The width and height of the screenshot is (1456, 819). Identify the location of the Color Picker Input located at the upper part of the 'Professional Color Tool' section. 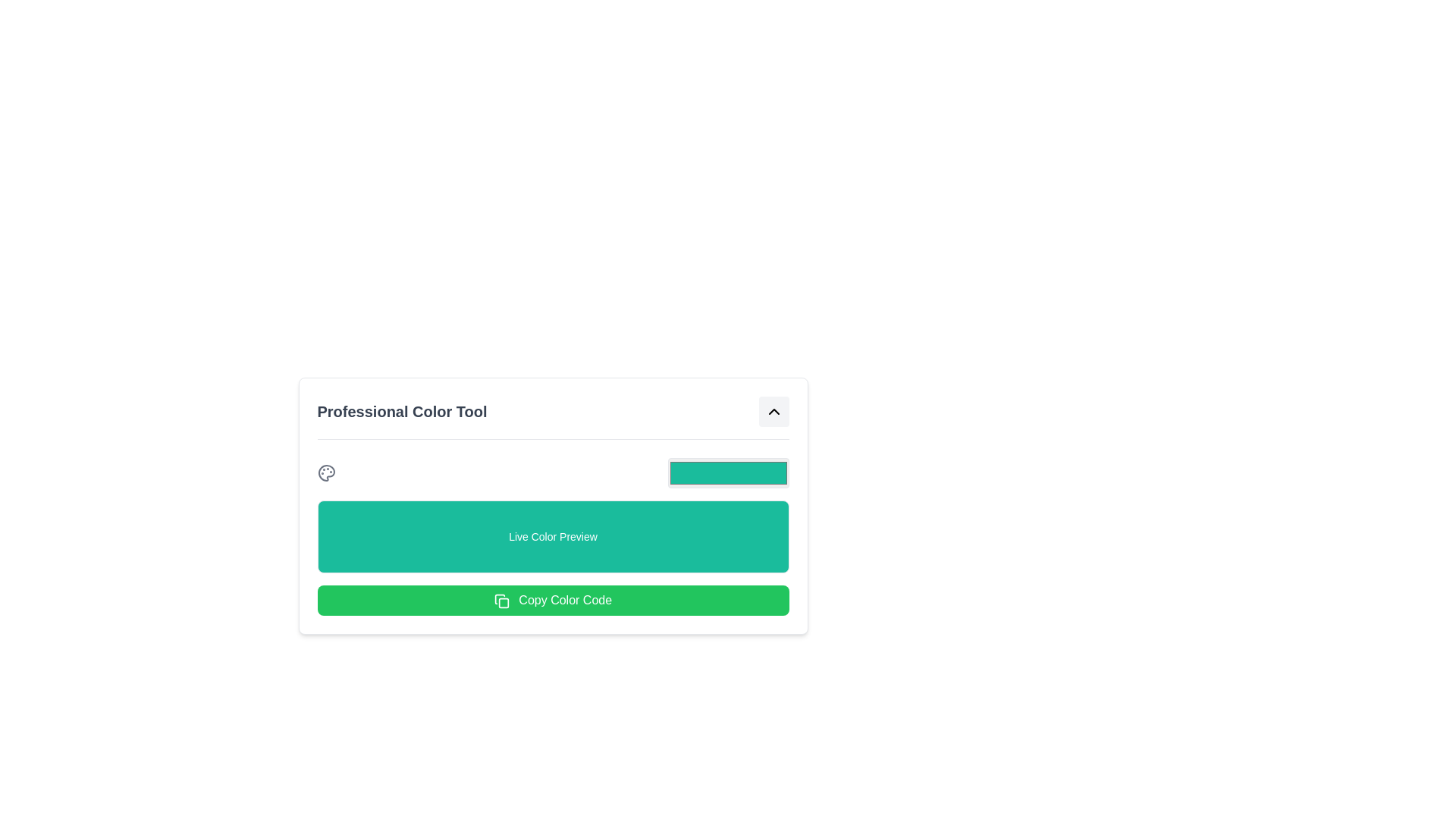
(552, 472).